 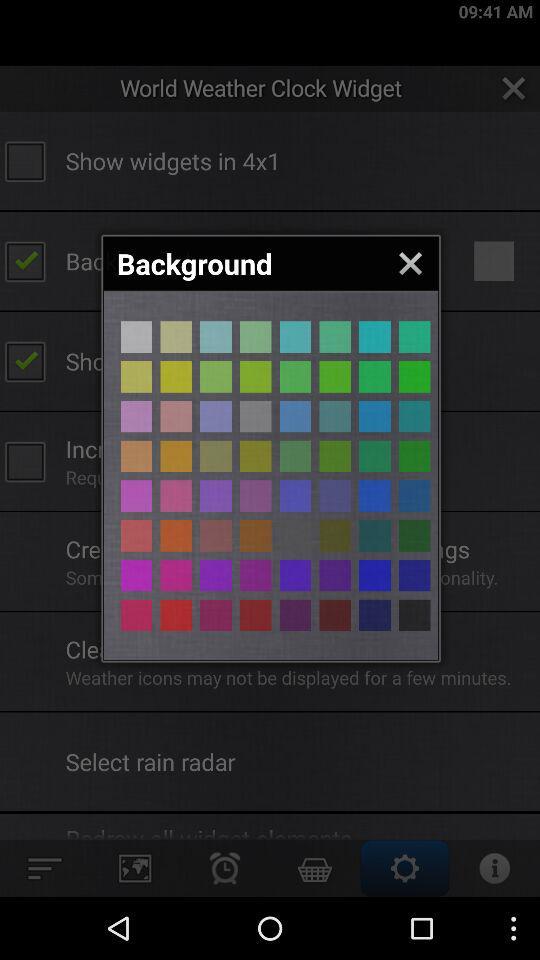 What do you see at coordinates (215, 337) in the screenshot?
I see `blue colour` at bounding box center [215, 337].